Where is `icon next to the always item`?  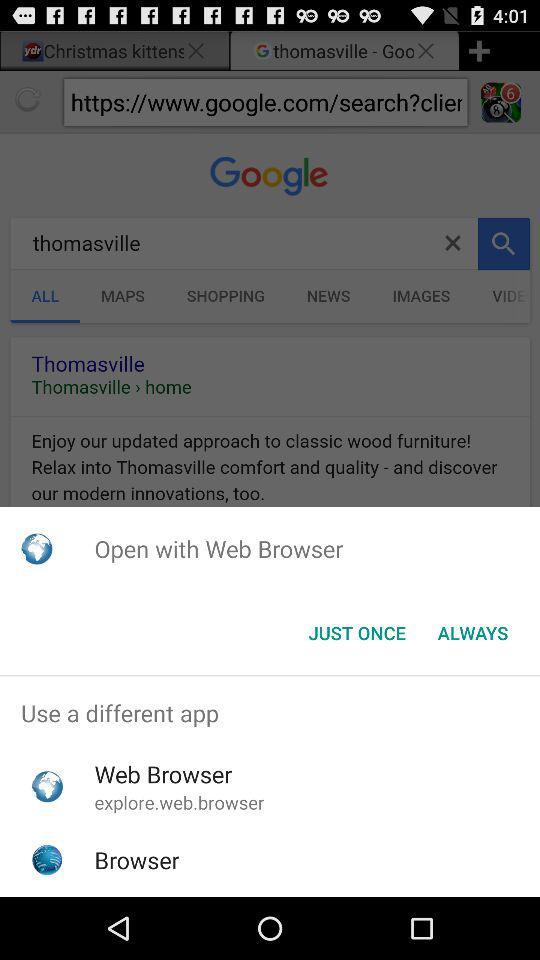
icon next to the always item is located at coordinates (356, 632).